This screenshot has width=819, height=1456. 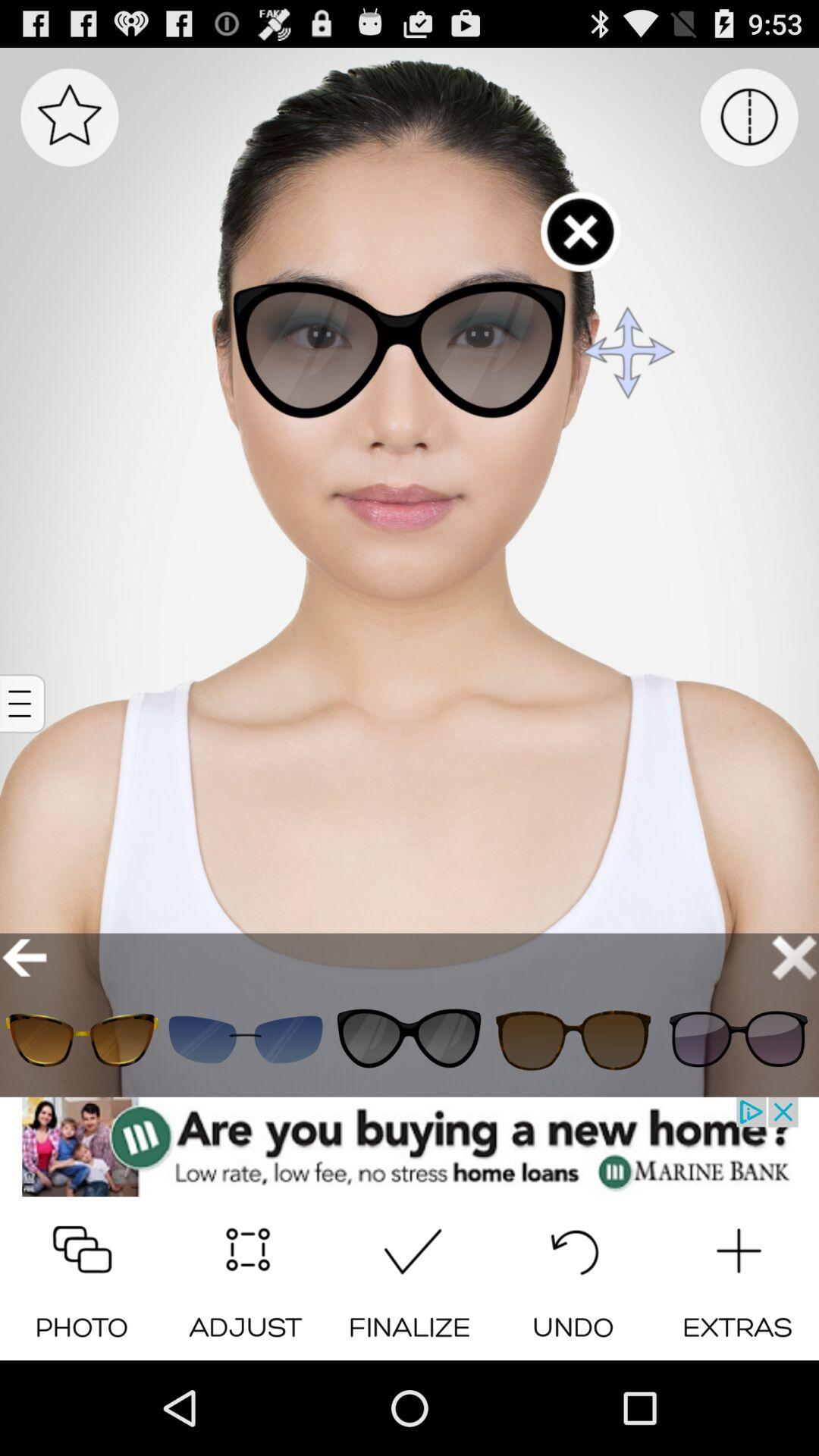 I want to click on sunglasses, so click(x=573, y=1039).